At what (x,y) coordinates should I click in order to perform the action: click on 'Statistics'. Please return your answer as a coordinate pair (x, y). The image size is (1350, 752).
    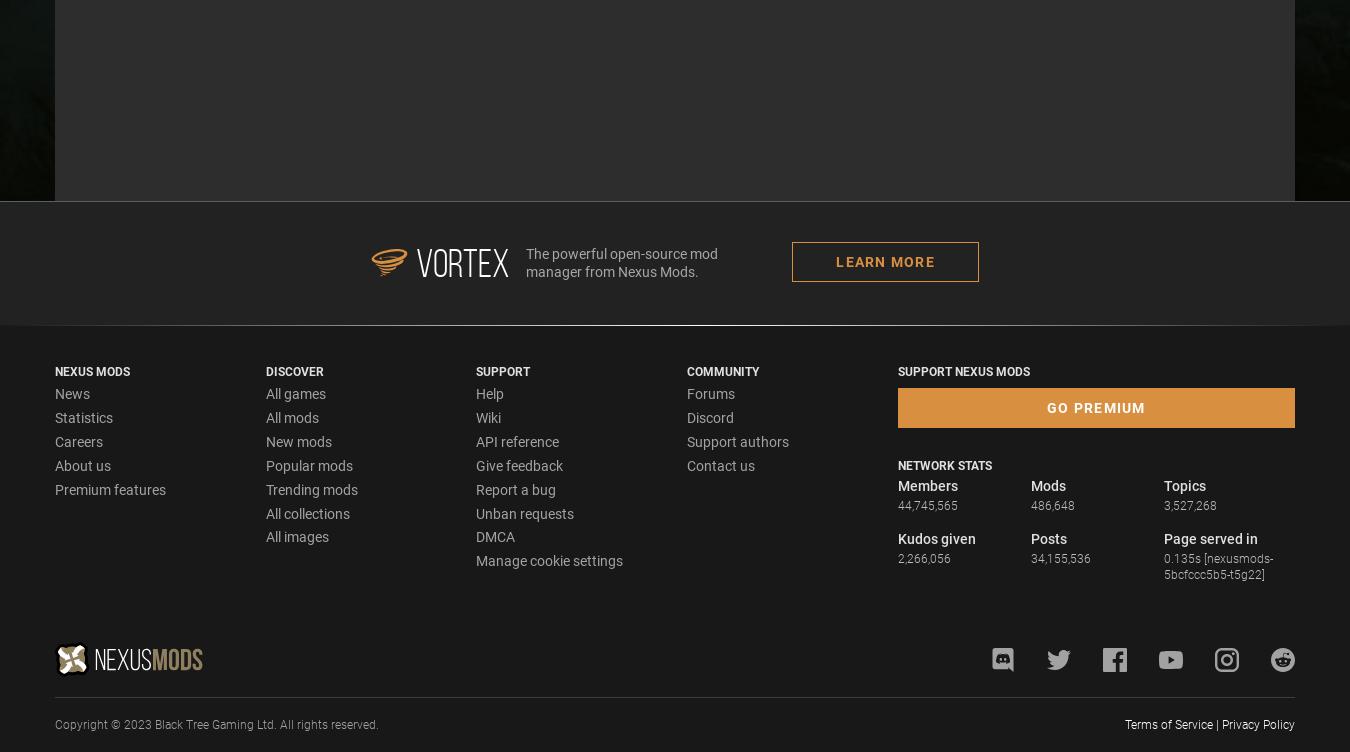
    Looking at the image, I should click on (82, 416).